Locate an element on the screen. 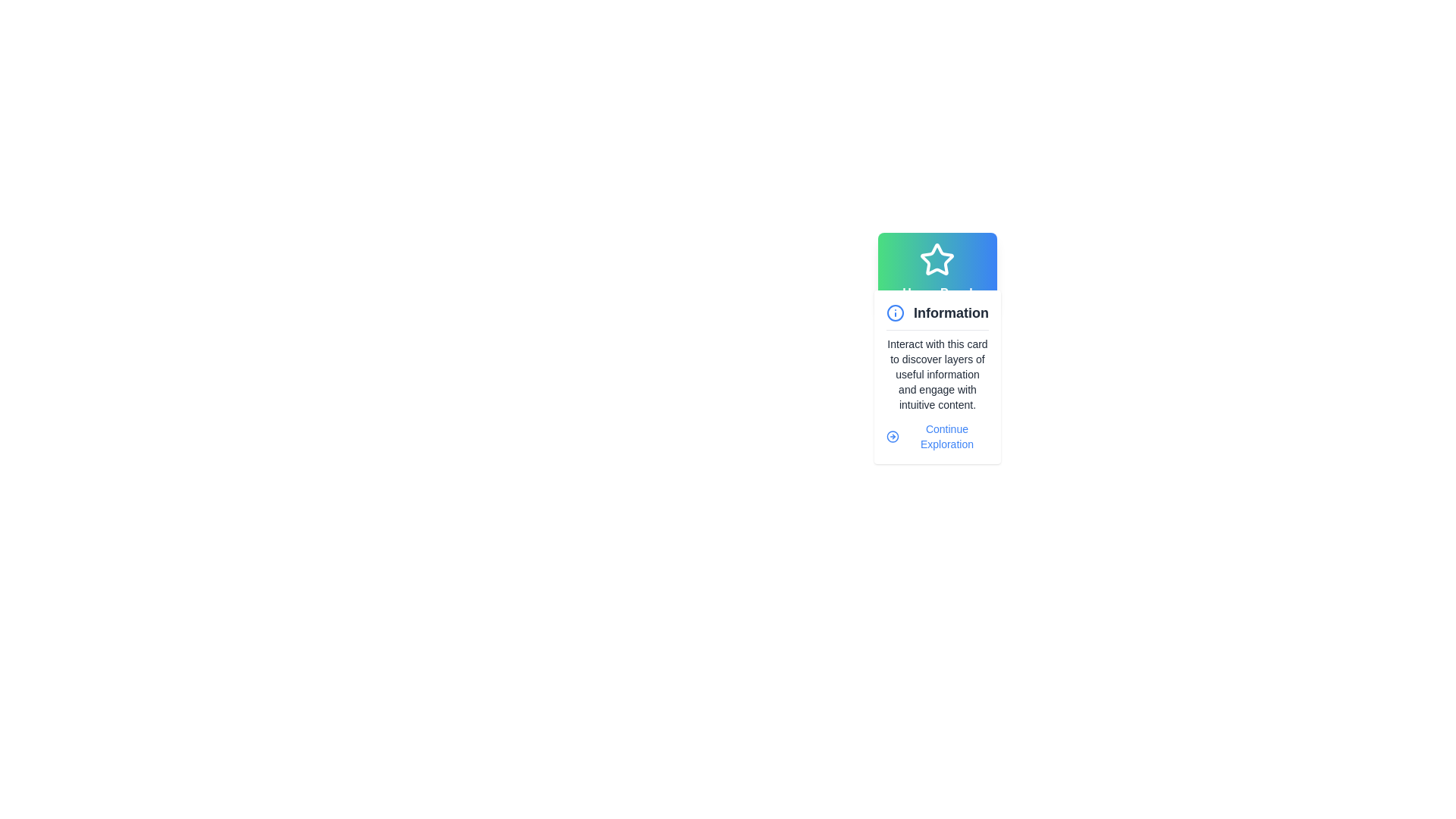  the circular blue icon with an 'i' symbol located to the left of the 'Information' label is located at coordinates (895, 312).